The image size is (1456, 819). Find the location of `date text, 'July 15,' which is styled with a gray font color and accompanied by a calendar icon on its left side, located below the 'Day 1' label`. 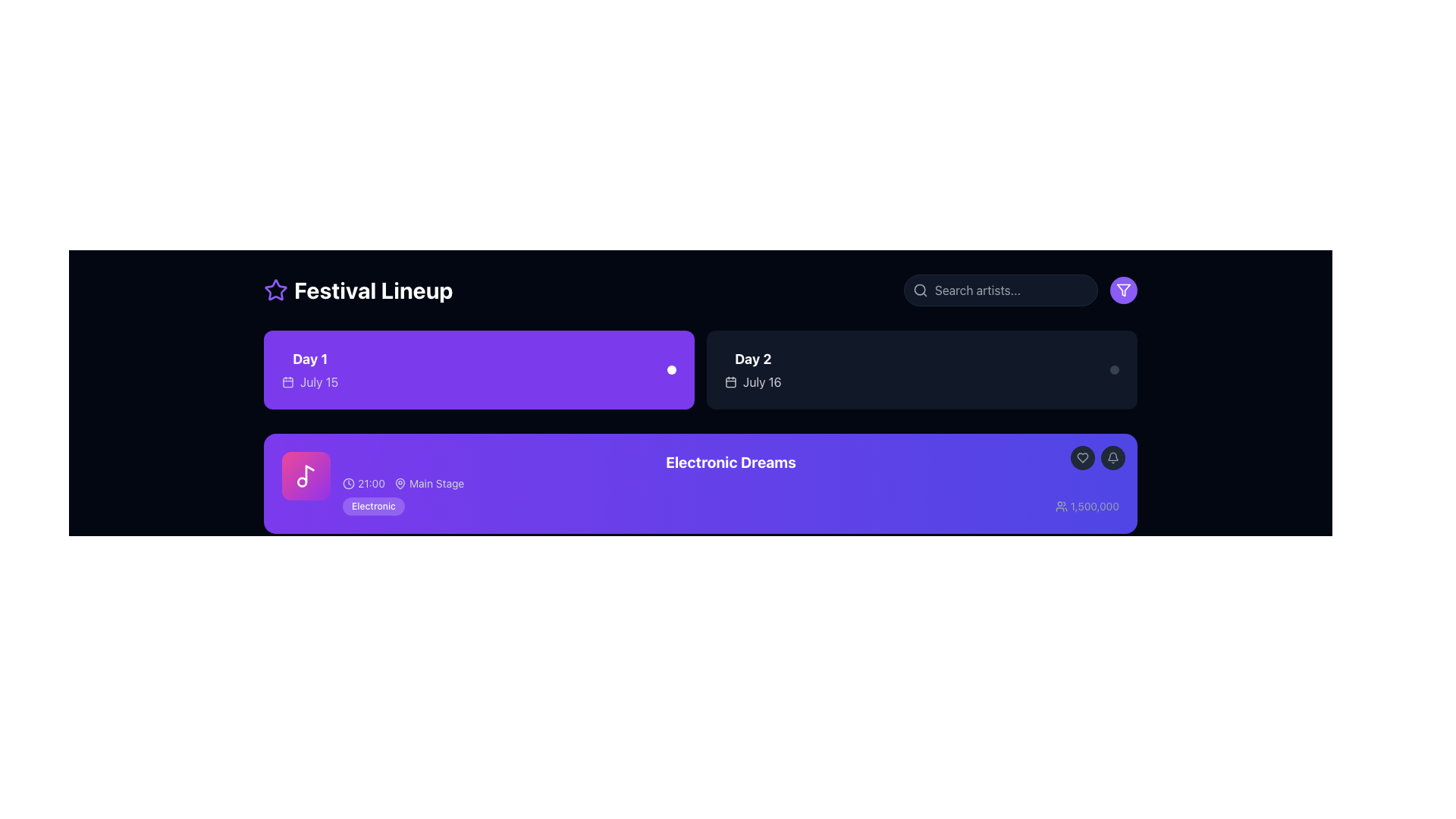

date text, 'July 15,' which is styled with a gray font color and accompanied by a calendar icon on its left side, located below the 'Day 1' label is located at coordinates (309, 381).